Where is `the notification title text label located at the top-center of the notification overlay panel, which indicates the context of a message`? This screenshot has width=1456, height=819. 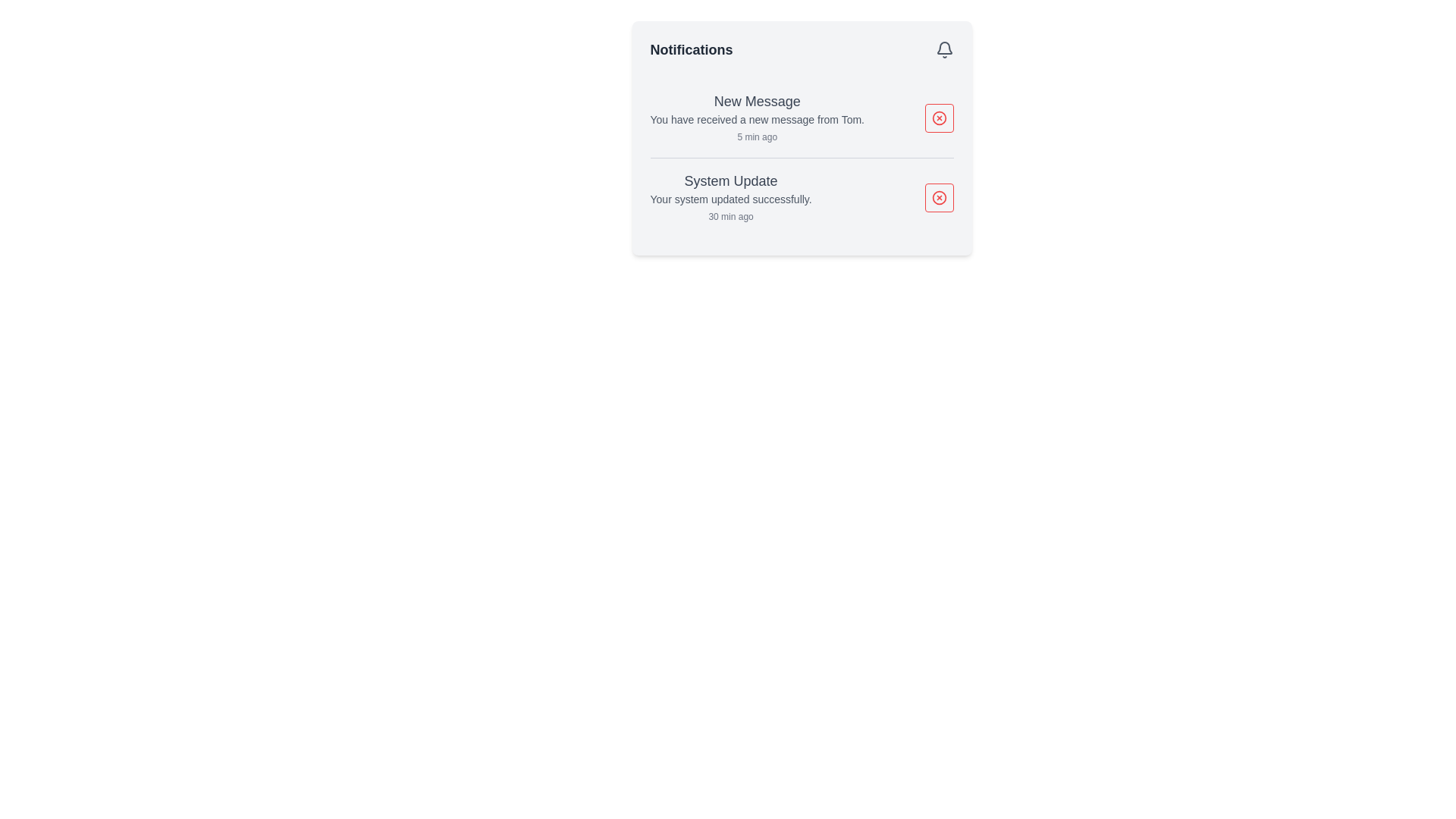
the notification title text label located at the top-center of the notification overlay panel, which indicates the context of a message is located at coordinates (757, 102).